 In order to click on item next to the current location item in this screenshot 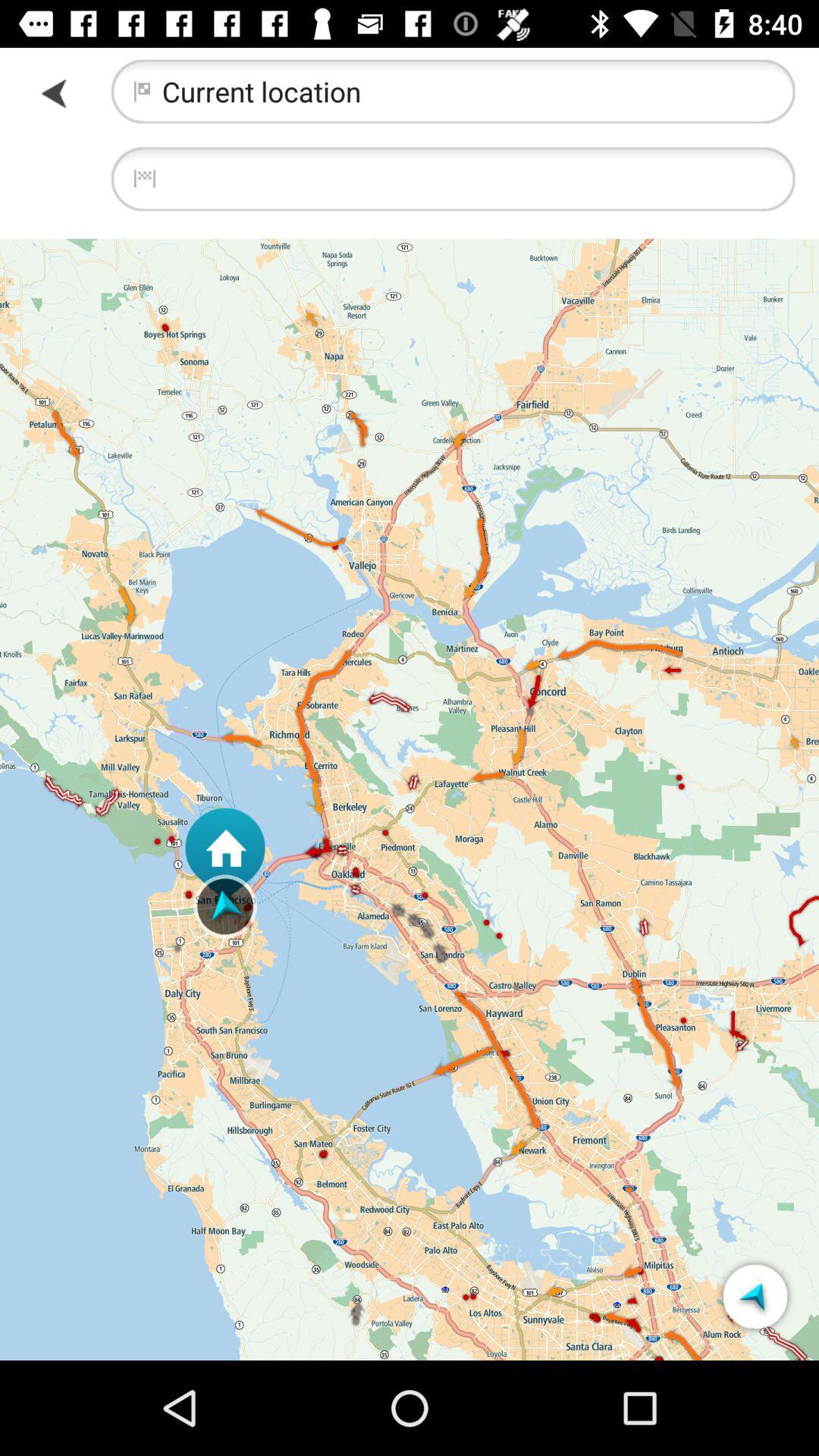, I will do `click(55, 92)`.